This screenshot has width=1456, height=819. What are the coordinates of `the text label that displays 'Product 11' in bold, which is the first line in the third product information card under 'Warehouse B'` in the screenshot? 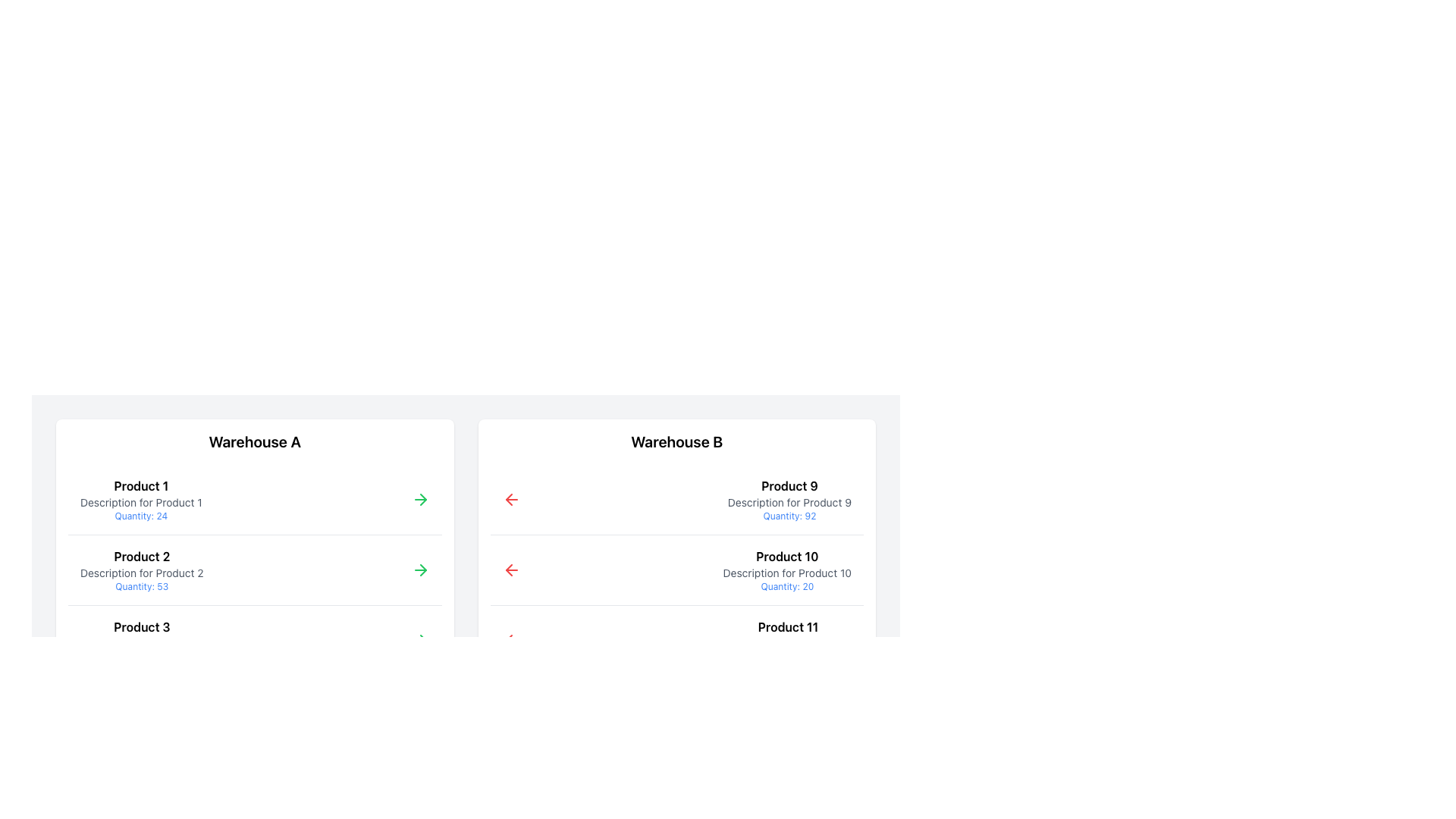 It's located at (788, 626).